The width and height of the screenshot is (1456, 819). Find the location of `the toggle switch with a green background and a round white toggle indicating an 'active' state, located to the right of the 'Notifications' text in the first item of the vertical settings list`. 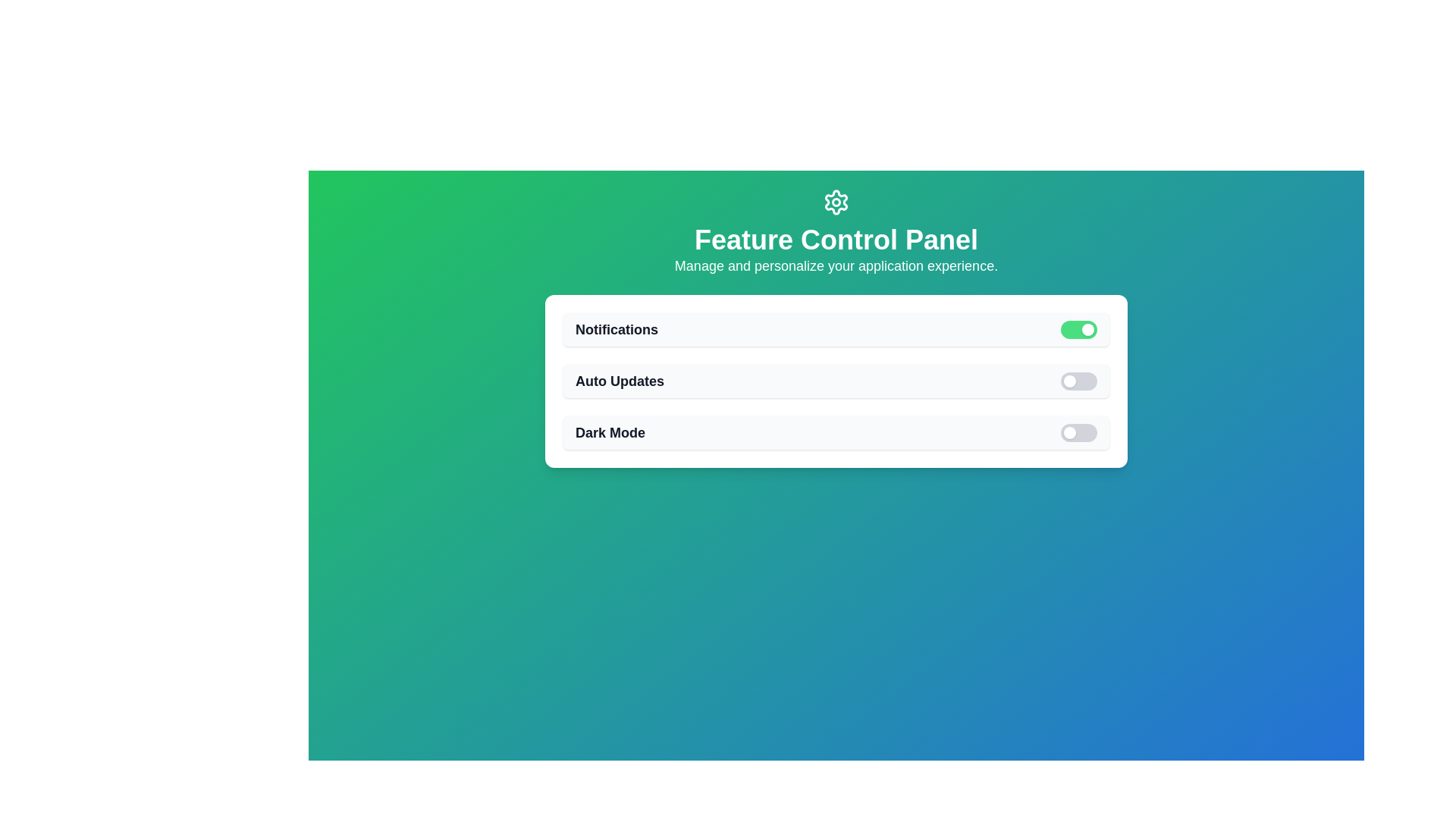

the toggle switch with a green background and a round white toggle indicating an 'active' state, located to the right of the 'Notifications' text in the first item of the vertical settings list is located at coordinates (1078, 329).